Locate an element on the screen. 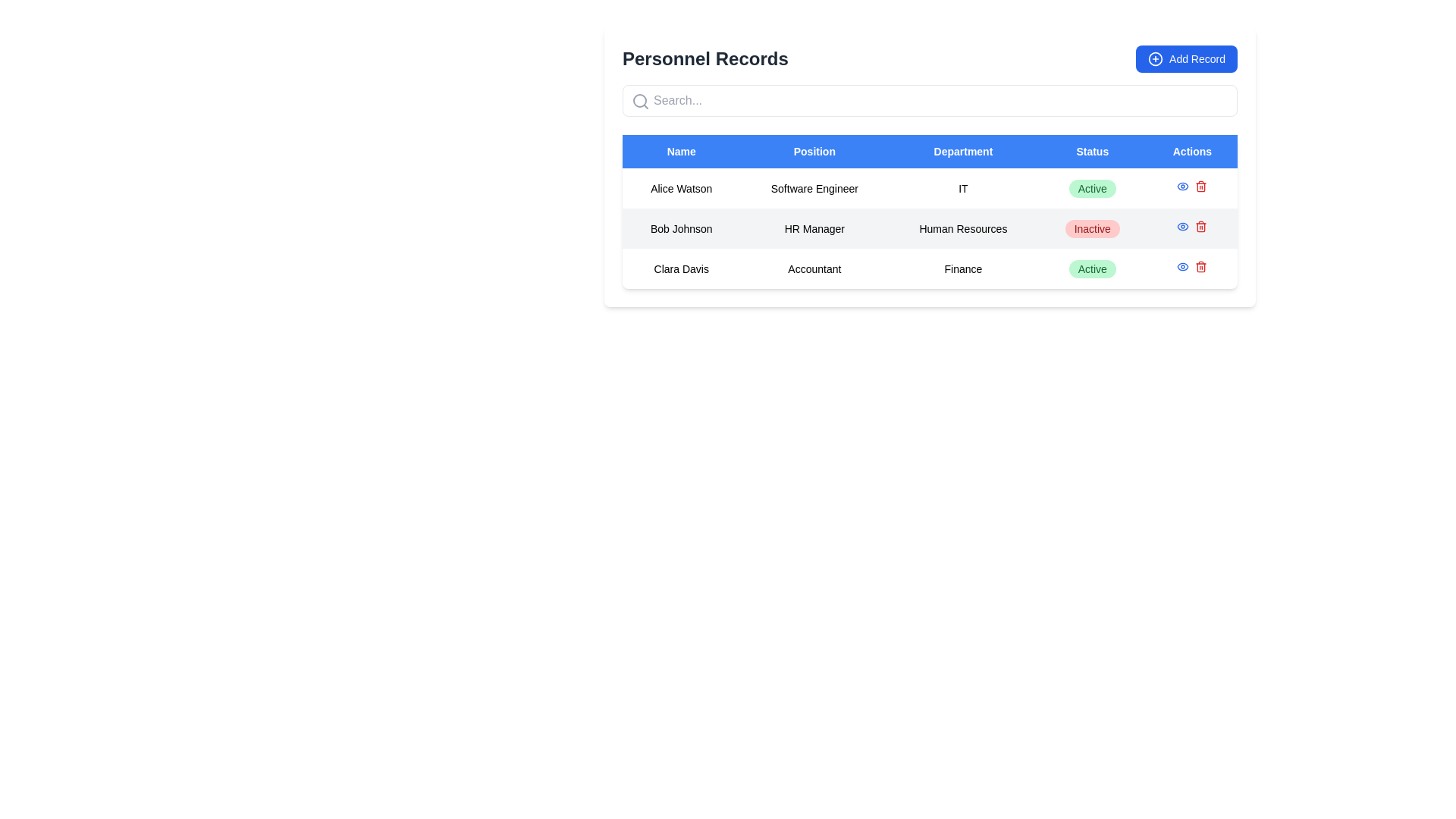 The image size is (1456, 819). the second row in the personnel records table containing the name 'Bob Johnson', role 'HR Manager', department 'Human Resources', and status 'Inactive' is located at coordinates (929, 228).